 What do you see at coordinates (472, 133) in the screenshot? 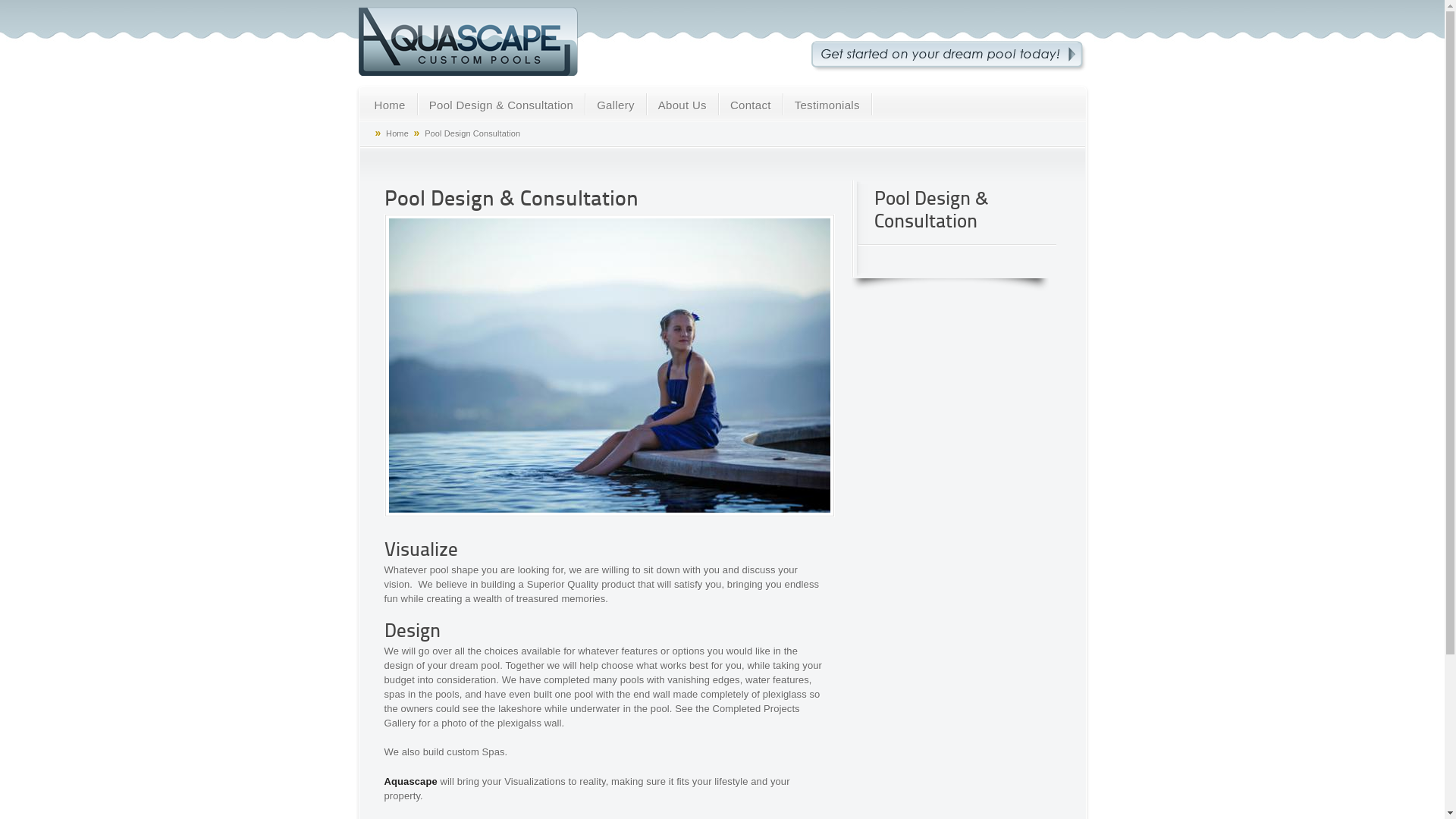
I see `'Pool Design Consultation'` at bounding box center [472, 133].